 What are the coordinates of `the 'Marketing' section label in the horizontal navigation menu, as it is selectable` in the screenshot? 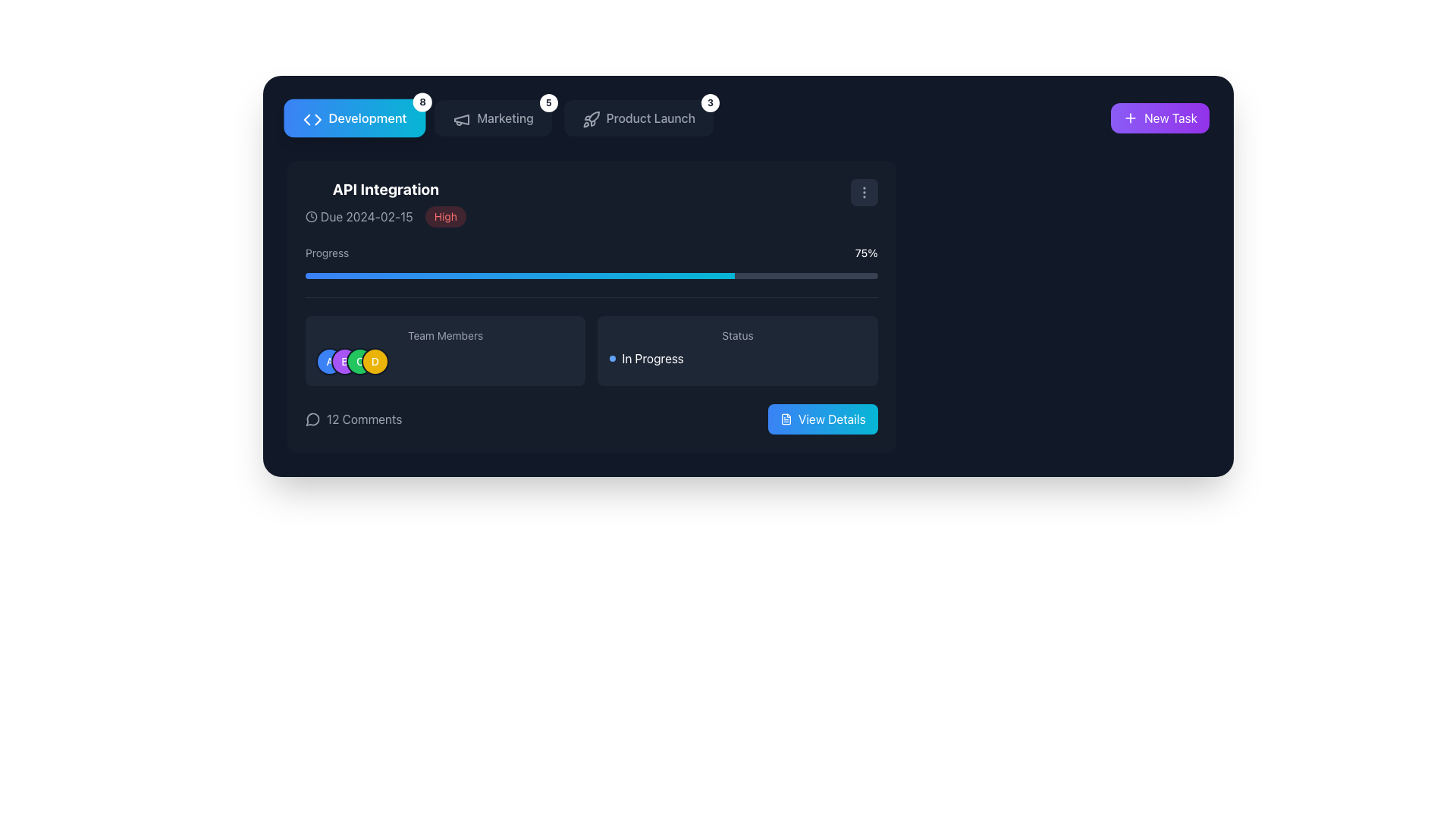 It's located at (505, 117).